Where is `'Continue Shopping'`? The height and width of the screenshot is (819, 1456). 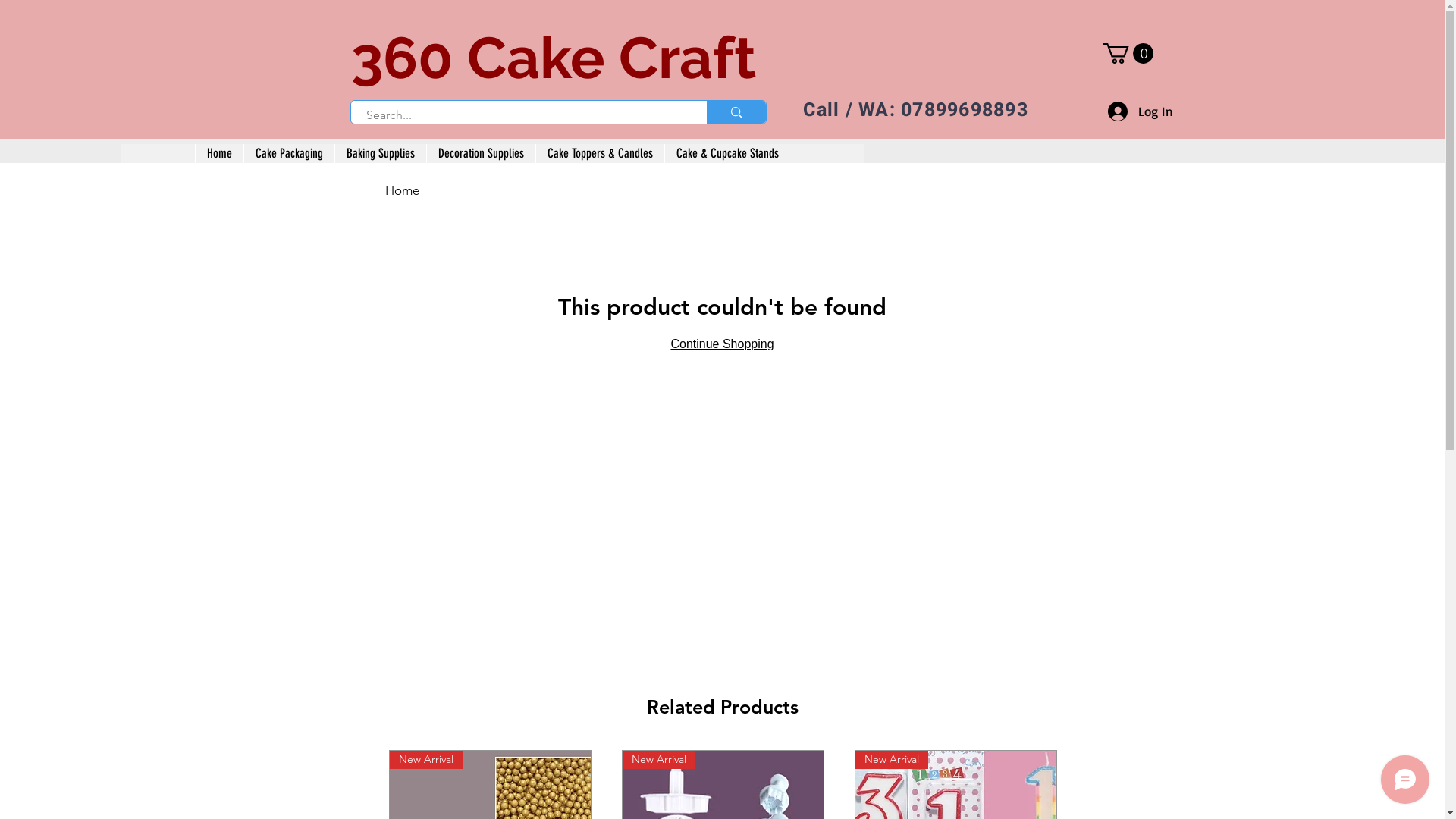
'Continue Shopping' is located at coordinates (669, 344).